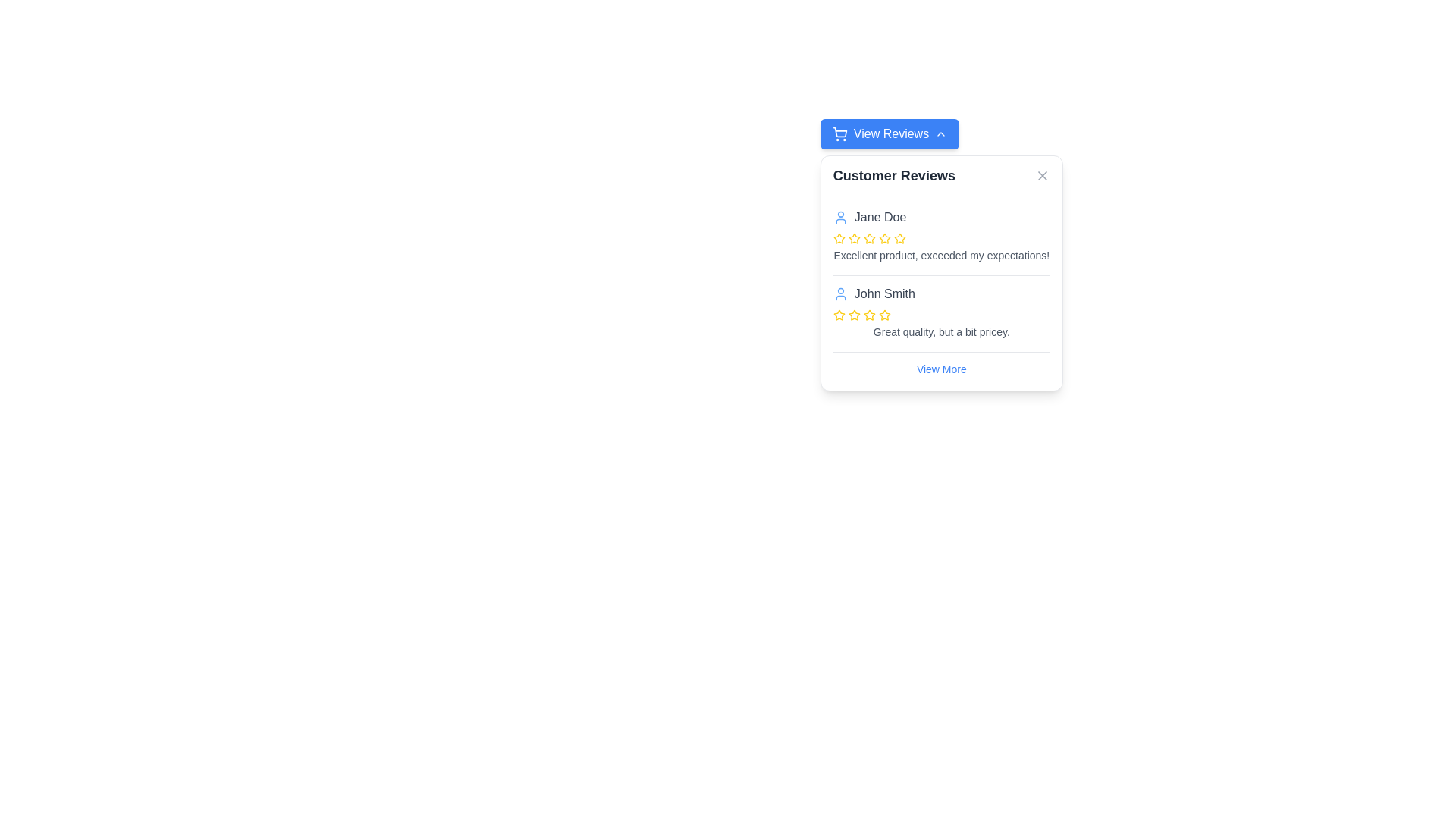 This screenshot has width=1456, height=819. What do you see at coordinates (838, 314) in the screenshot?
I see `the fifth star icon in the 'Customer Reviews' section` at bounding box center [838, 314].